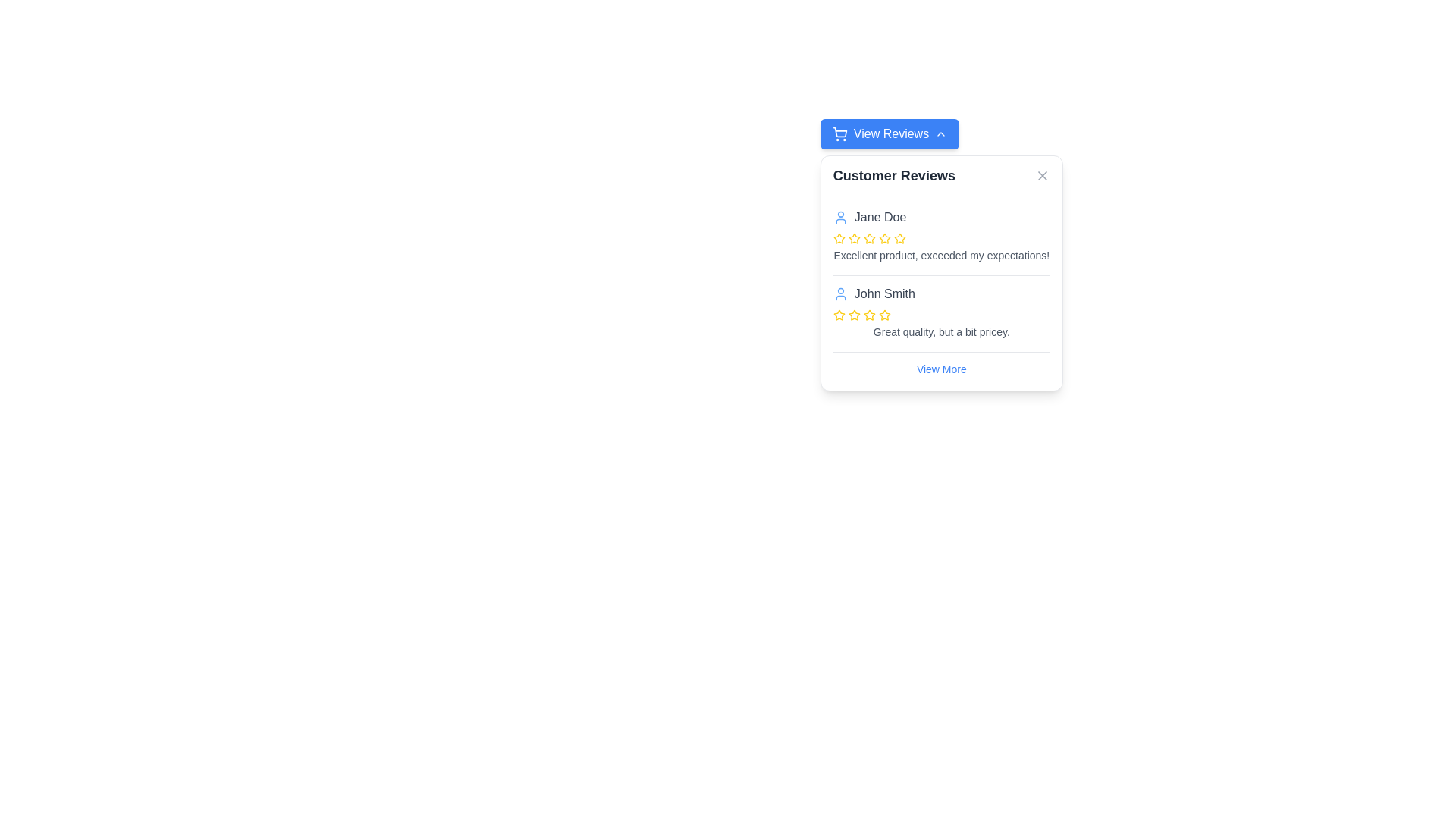 This screenshot has width=1456, height=819. What do you see at coordinates (838, 314) in the screenshot?
I see `the fifth star icon in the 'Customer Reviews' section` at bounding box center [838, 314].